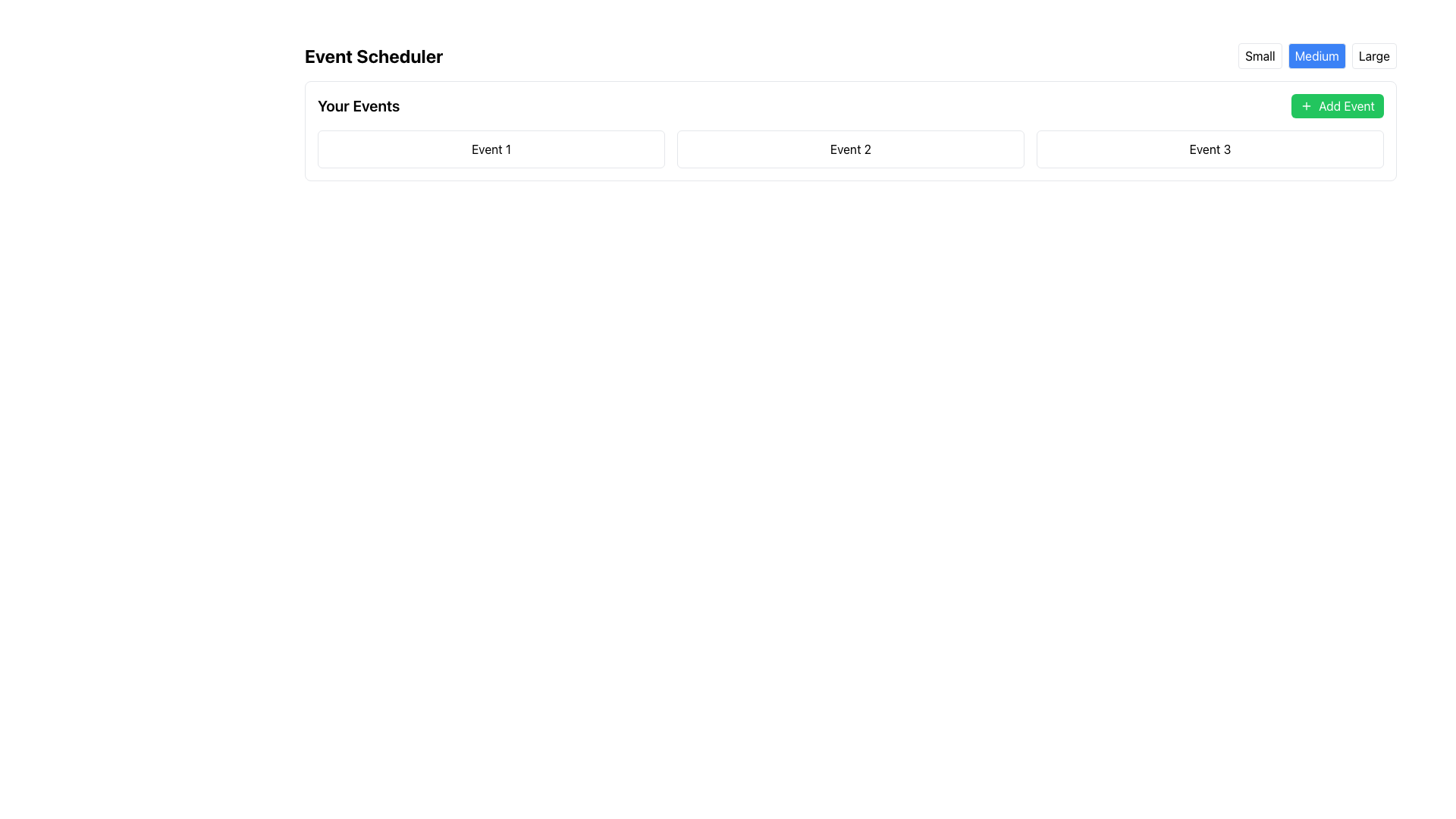  What do you see at coordinates (851, 149) in the screenshot?
I see `the Text Display Box that displays 'Event 2', which is the second element in a grid layout below the 'Your Events' title` at bounding box center [851, 149].